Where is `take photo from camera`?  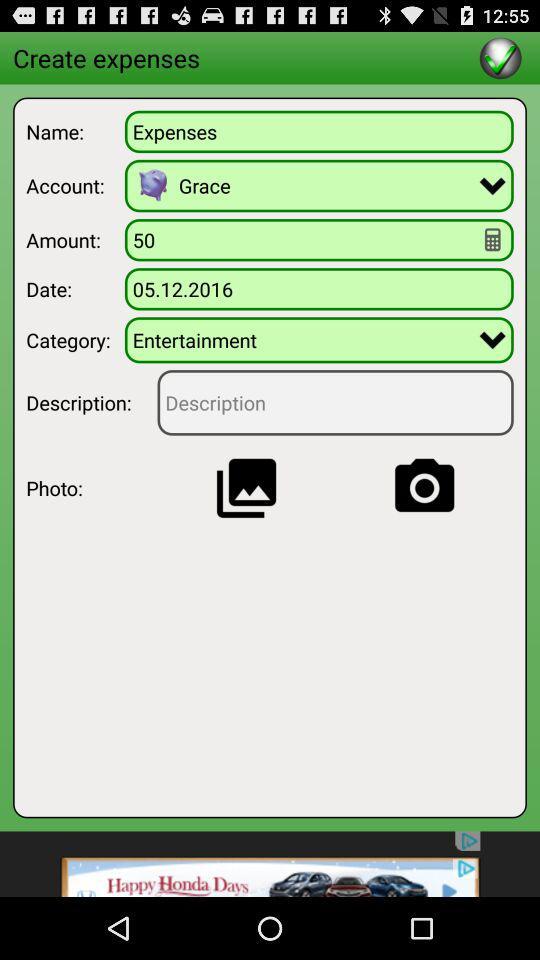
take photo from camera is located at coordinates (423, 487).